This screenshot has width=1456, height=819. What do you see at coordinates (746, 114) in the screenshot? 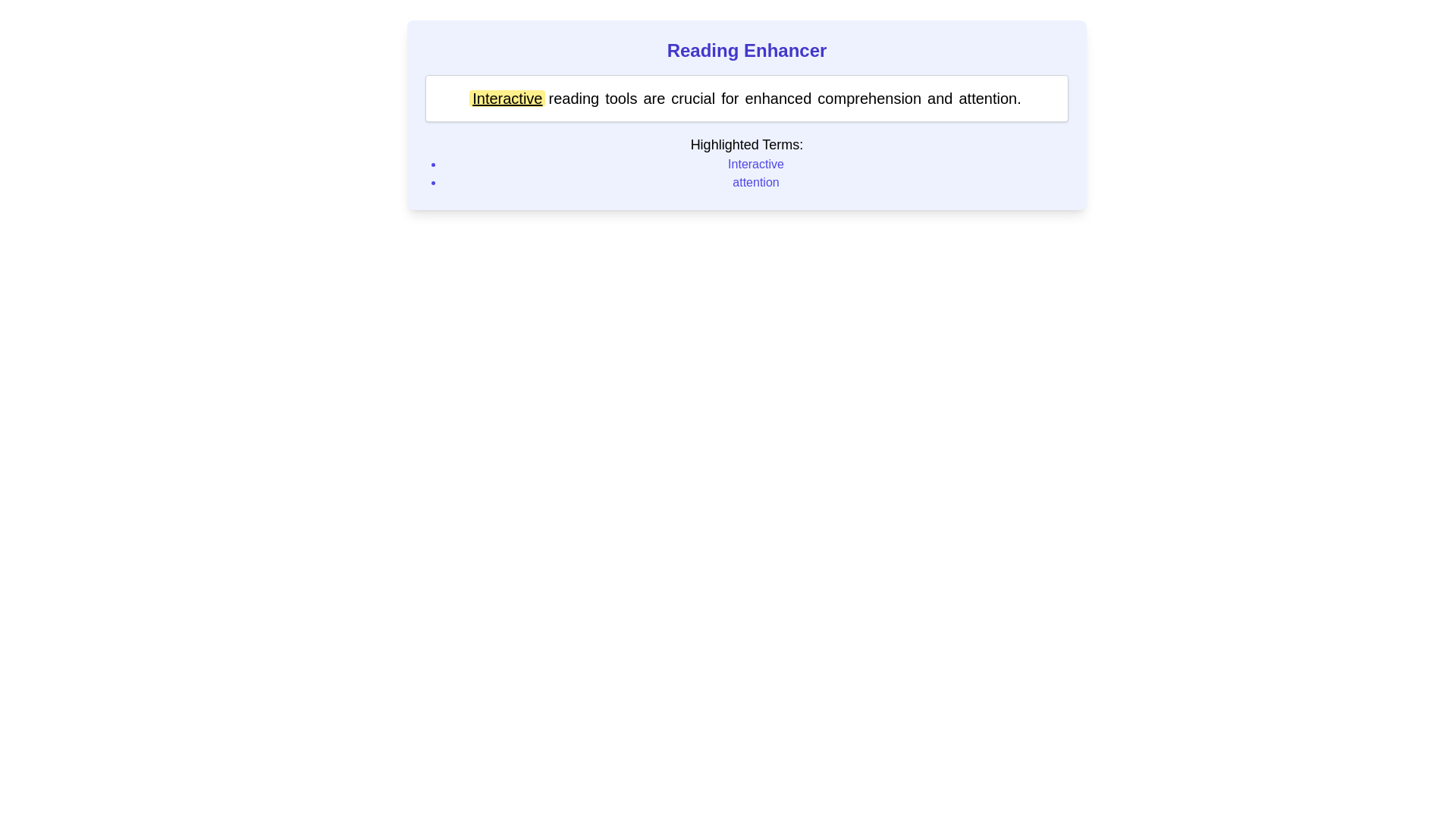
I see `the Informational Panel located centrally below the title 'Reading Enhancer' and above the list of highlighted terms` at bounding box center [746, 114].